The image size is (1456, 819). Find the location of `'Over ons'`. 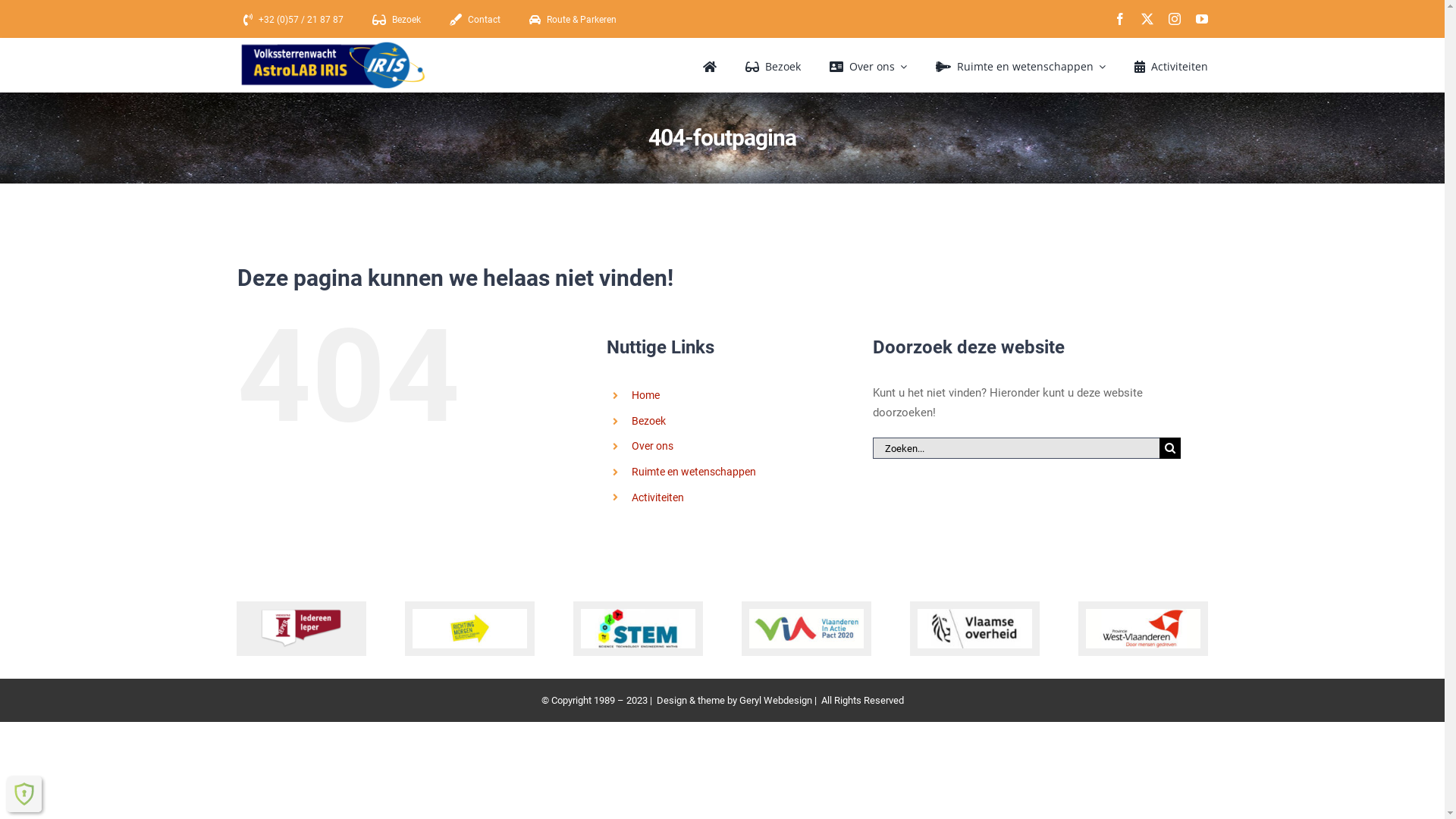

'Over ons' is located at coordinates (652, 444).